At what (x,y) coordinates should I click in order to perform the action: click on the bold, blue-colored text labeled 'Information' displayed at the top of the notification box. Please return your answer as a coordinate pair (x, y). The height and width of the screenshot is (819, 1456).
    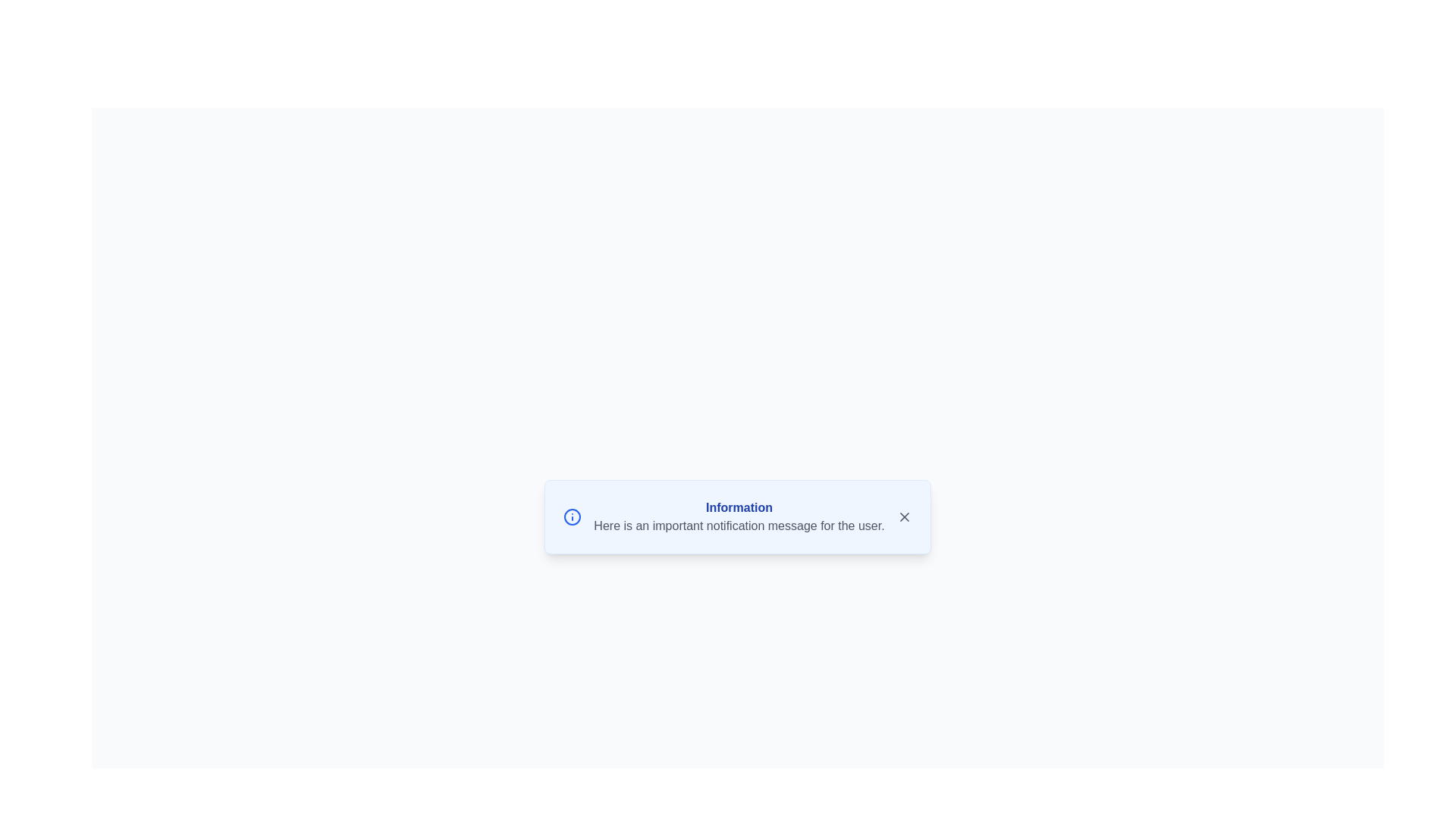
    Looking at the image, I should click on (739, 508).